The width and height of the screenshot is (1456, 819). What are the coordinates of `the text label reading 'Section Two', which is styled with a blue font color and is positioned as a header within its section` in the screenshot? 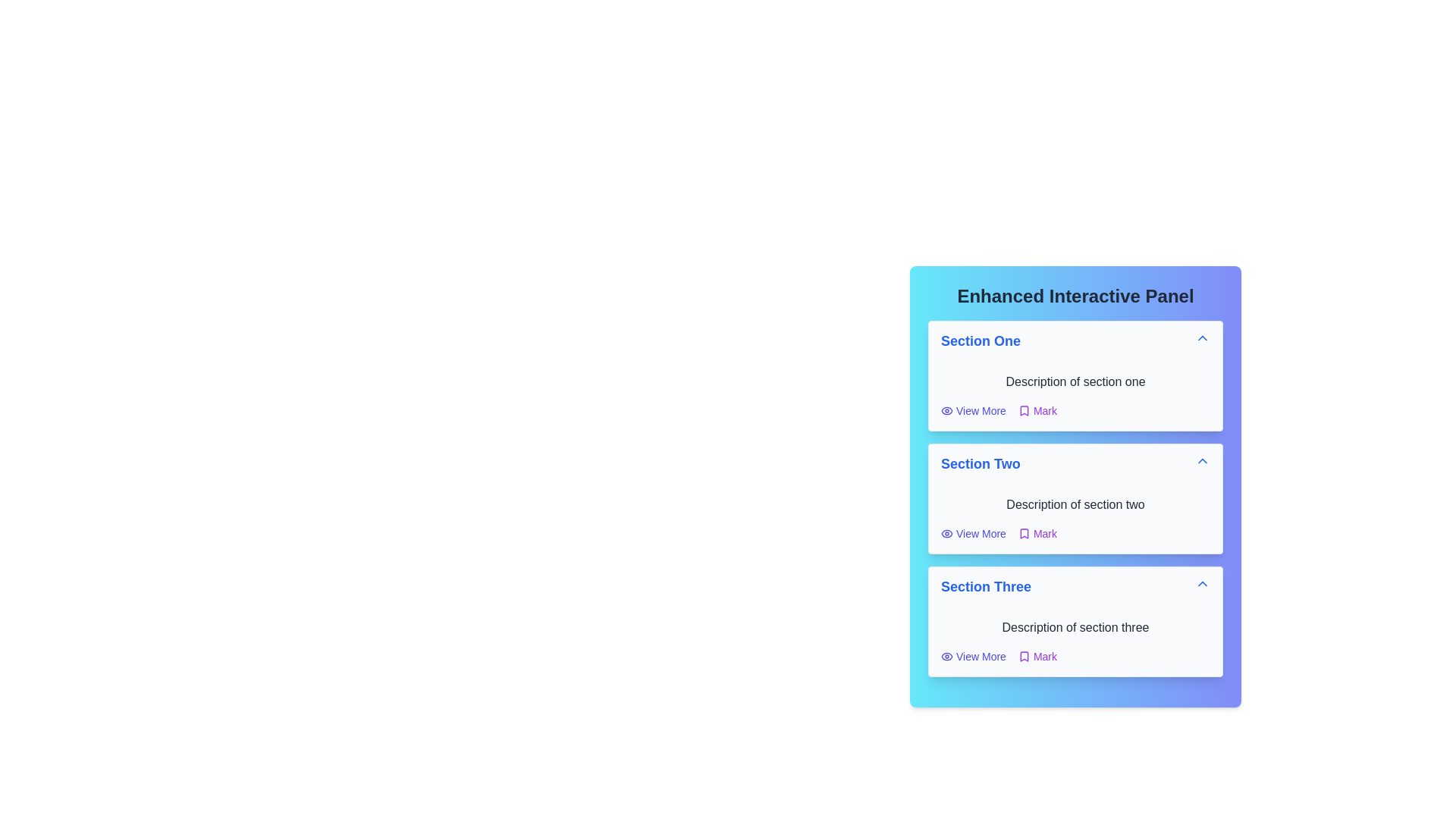 It's located at (981, 463).